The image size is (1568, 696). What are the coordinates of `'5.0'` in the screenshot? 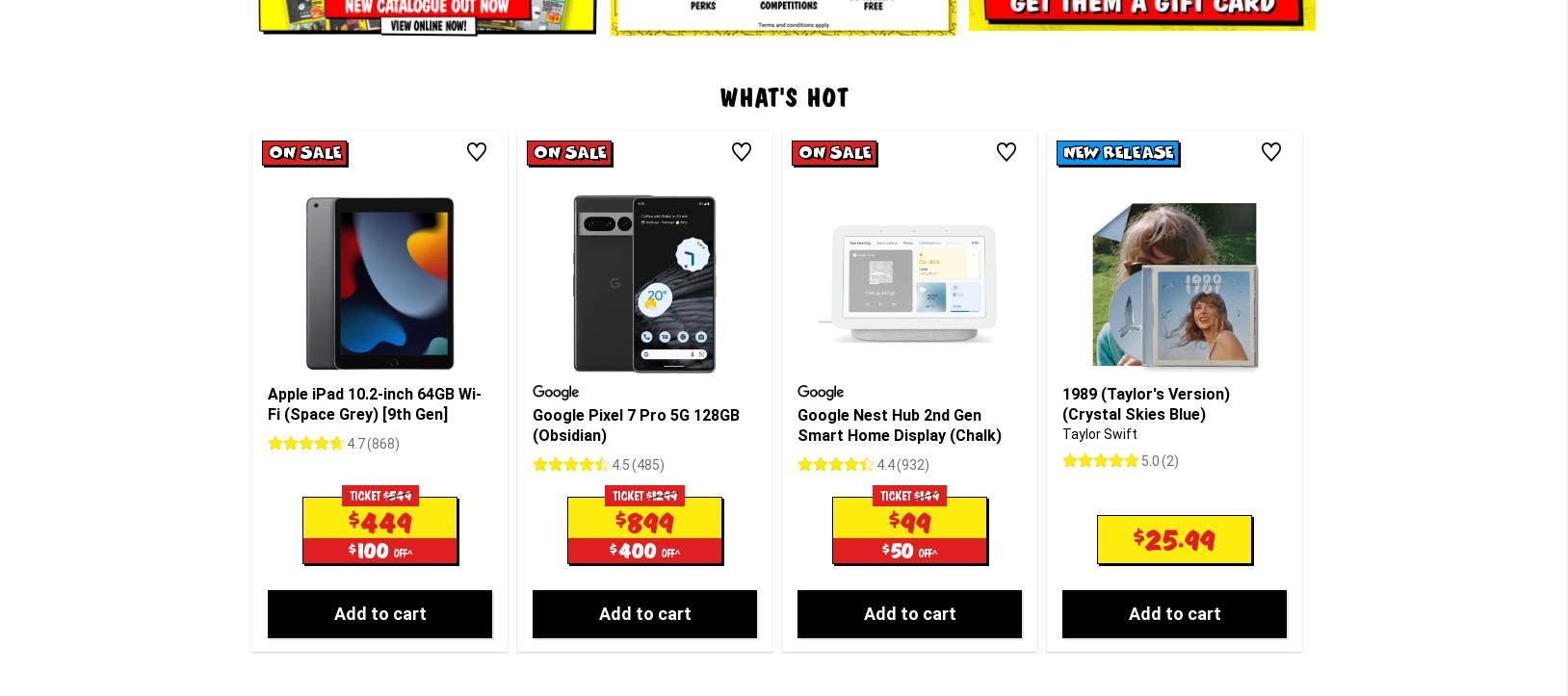 It's located at (1150, 299).